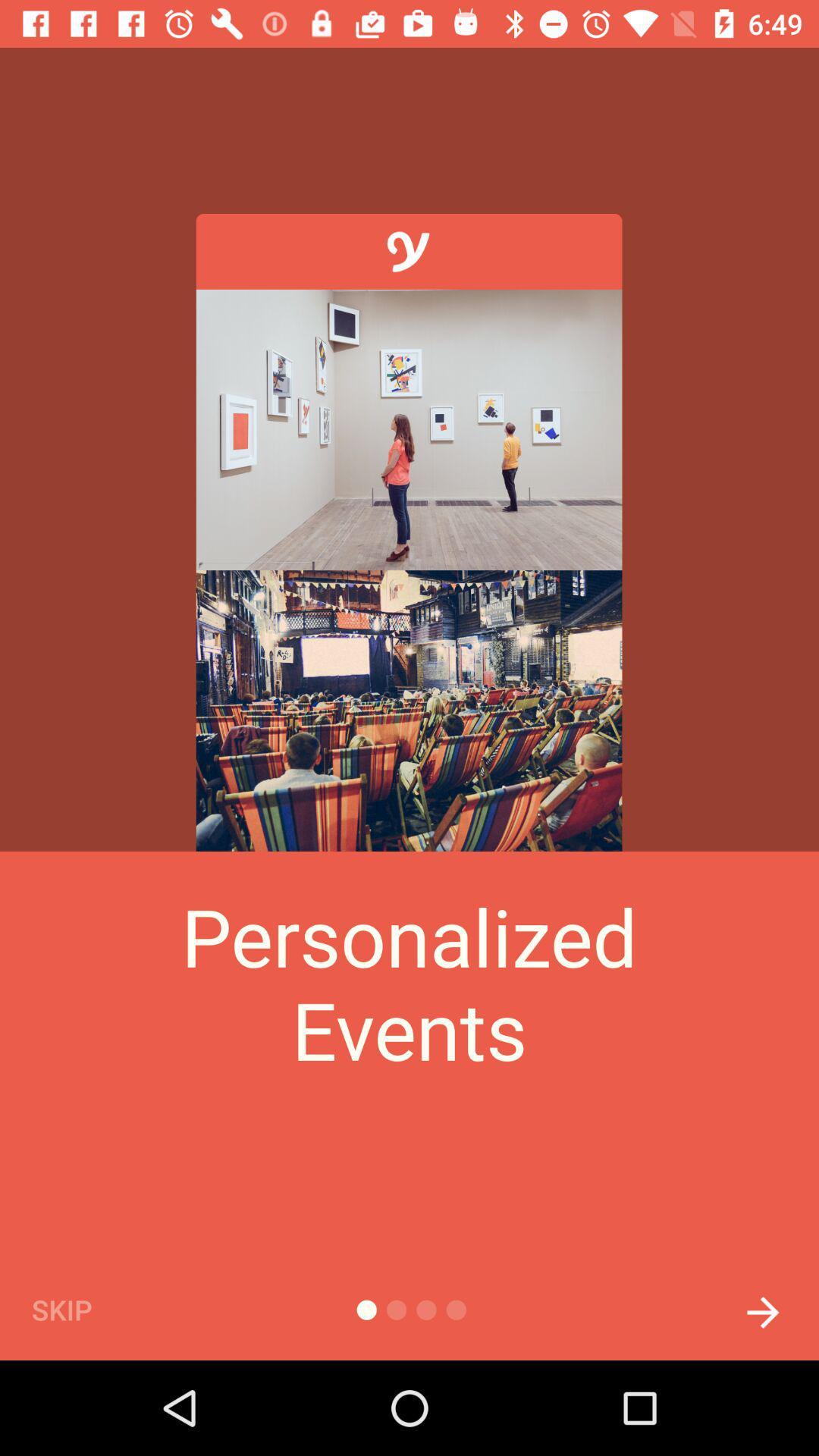 This screenshot has height=1456, width=819. I want to click on next, so click(763, 1307).